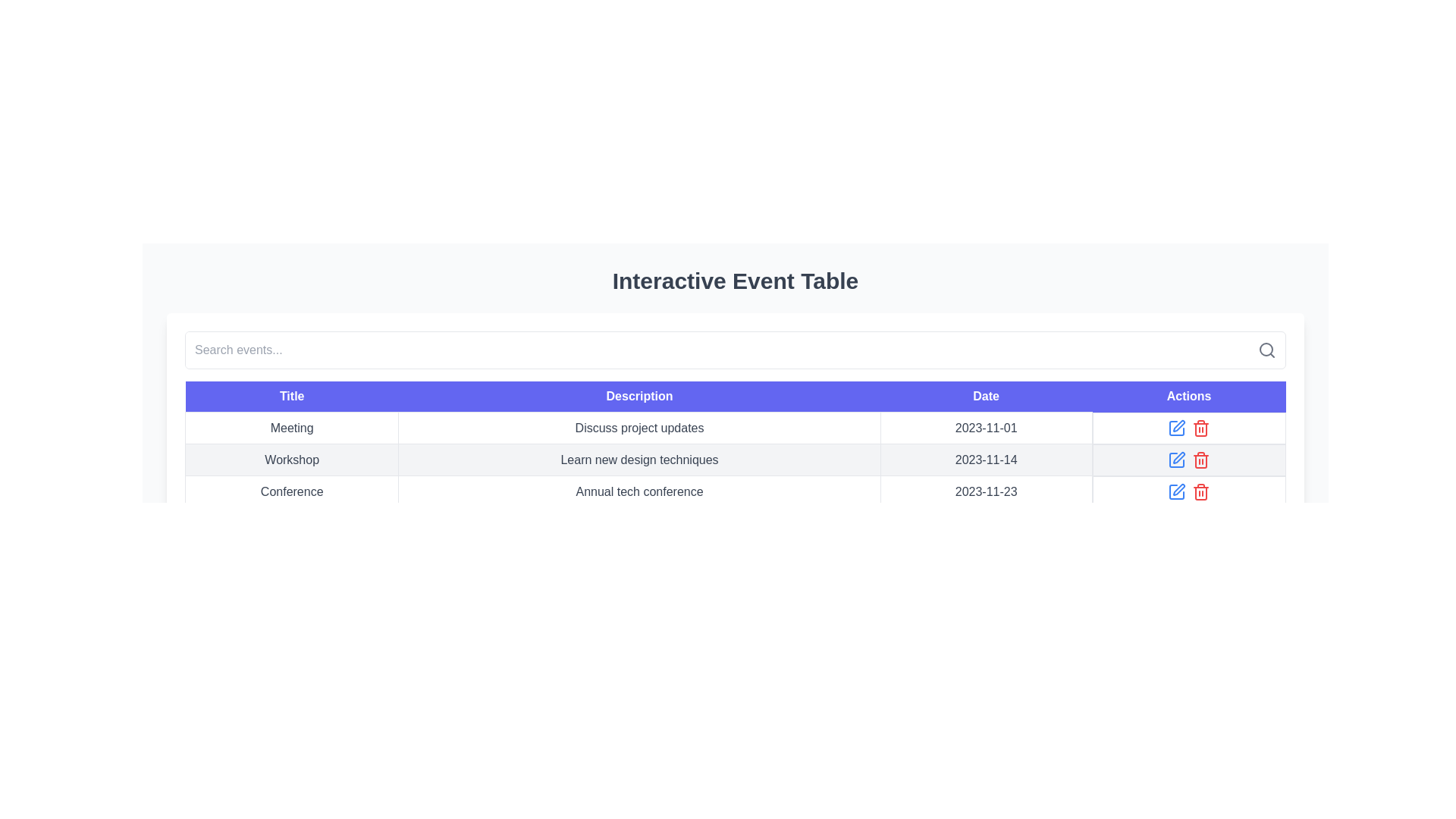  What do you see at coordinates (735, 491) in the screenshot?
I see `the third row of the table, which contains the entries 'Conference', 'Annual tech conference', and '2023-11-23'` at bounding box center [735, 491].